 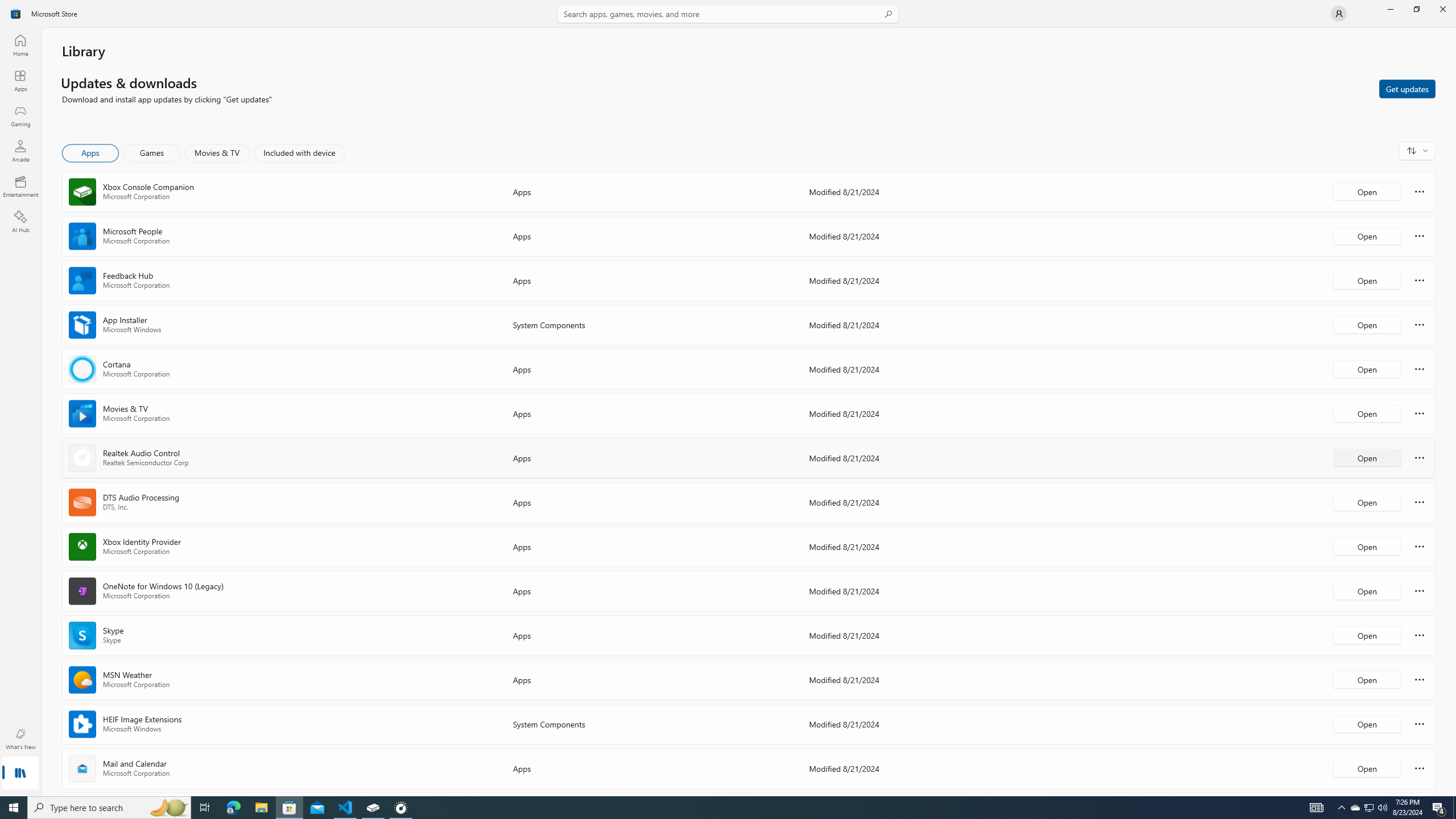 What do you see at coordinates (19, 221) in the screenshot?
I see `'AI Hub'` at bounding box center [19, 221].